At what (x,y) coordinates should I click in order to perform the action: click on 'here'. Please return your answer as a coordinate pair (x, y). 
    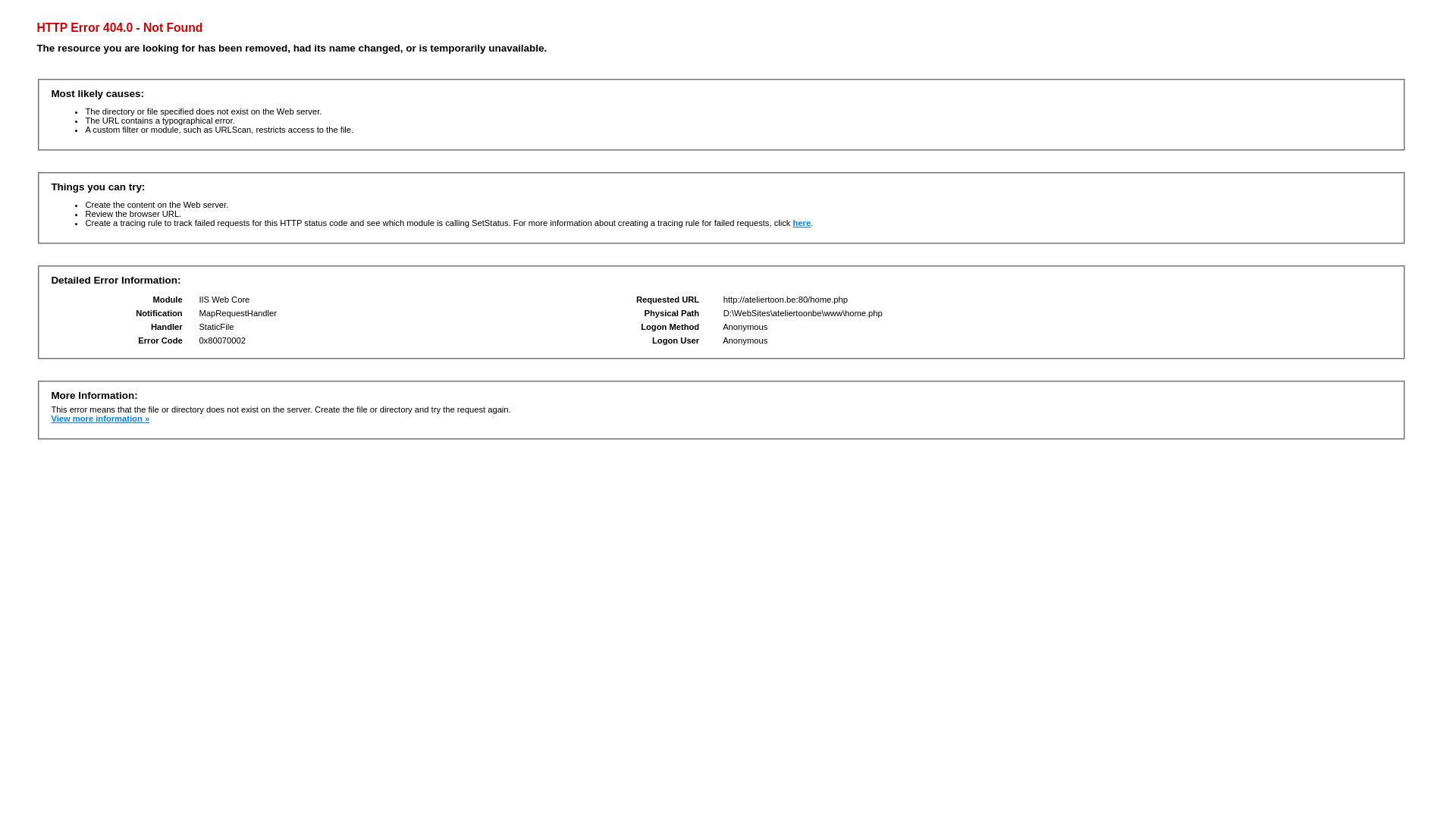
    Looking at the image, I should click on (801, 222).